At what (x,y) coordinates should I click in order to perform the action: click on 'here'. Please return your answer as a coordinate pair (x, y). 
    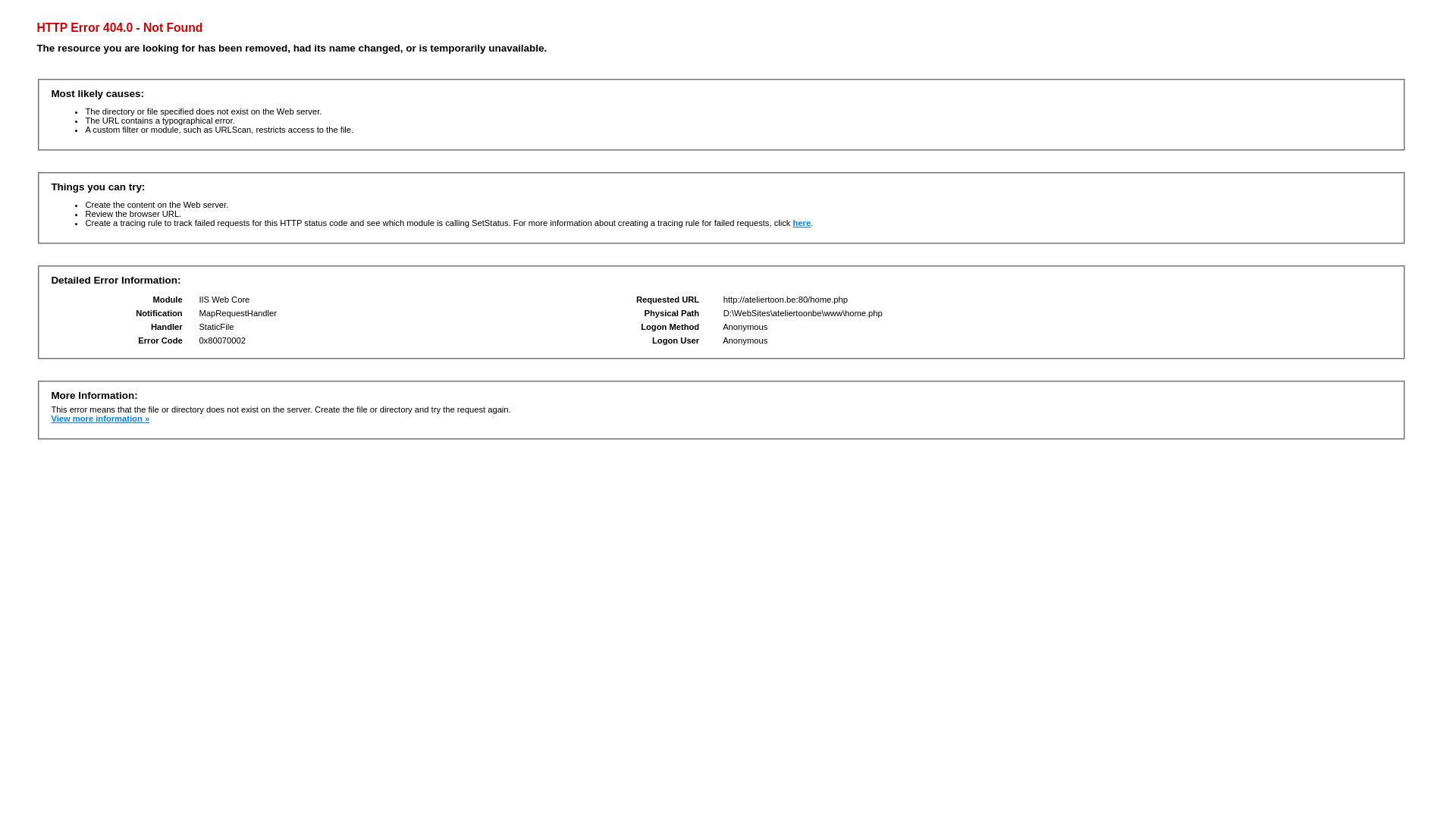
    Looking at the image, I should click on (801, 222).